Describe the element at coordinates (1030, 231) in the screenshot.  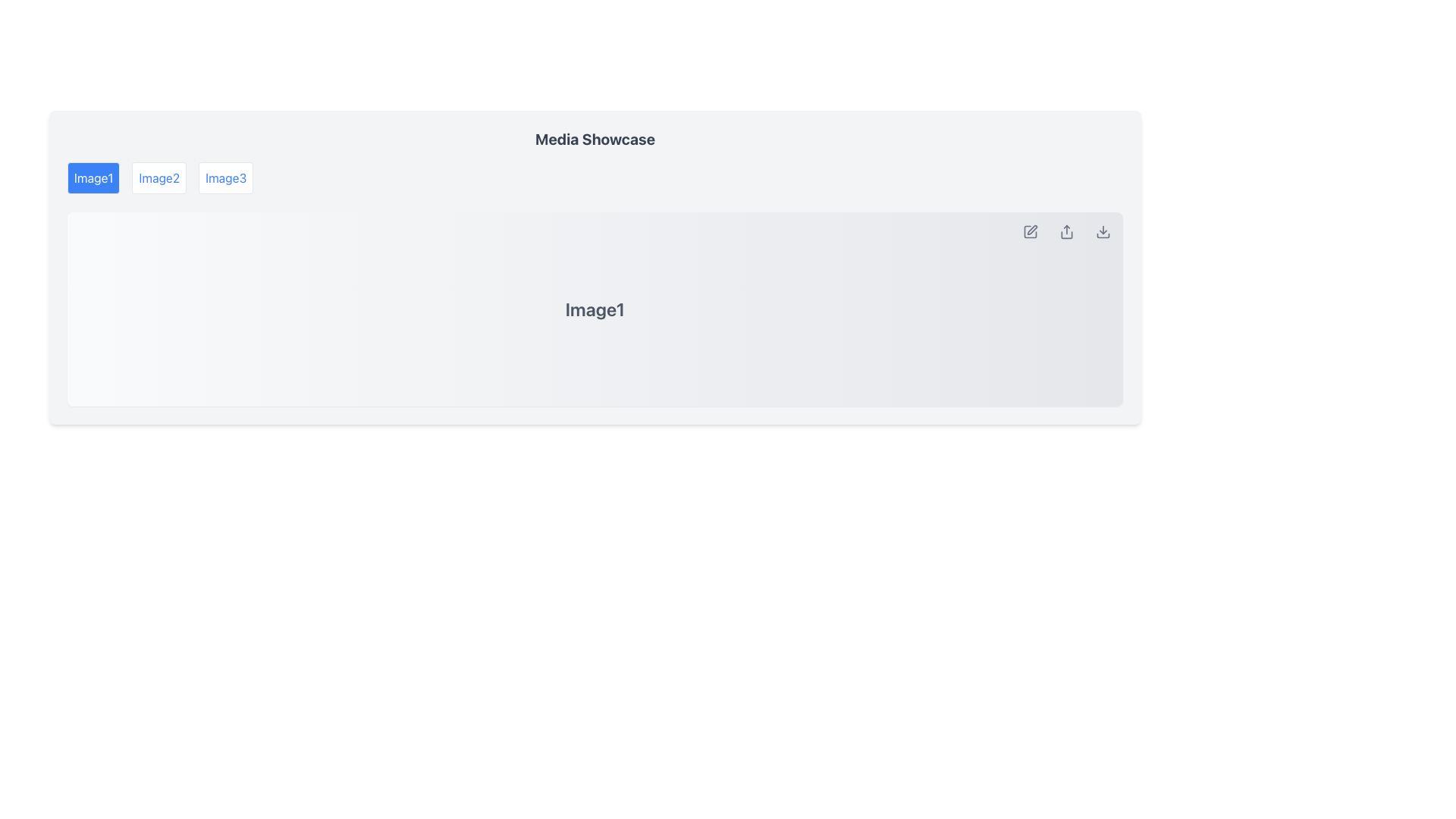
I see `the square-shaped icon button resembling a pencil in gray tones located at the top-right corner of the media display section` at that location.